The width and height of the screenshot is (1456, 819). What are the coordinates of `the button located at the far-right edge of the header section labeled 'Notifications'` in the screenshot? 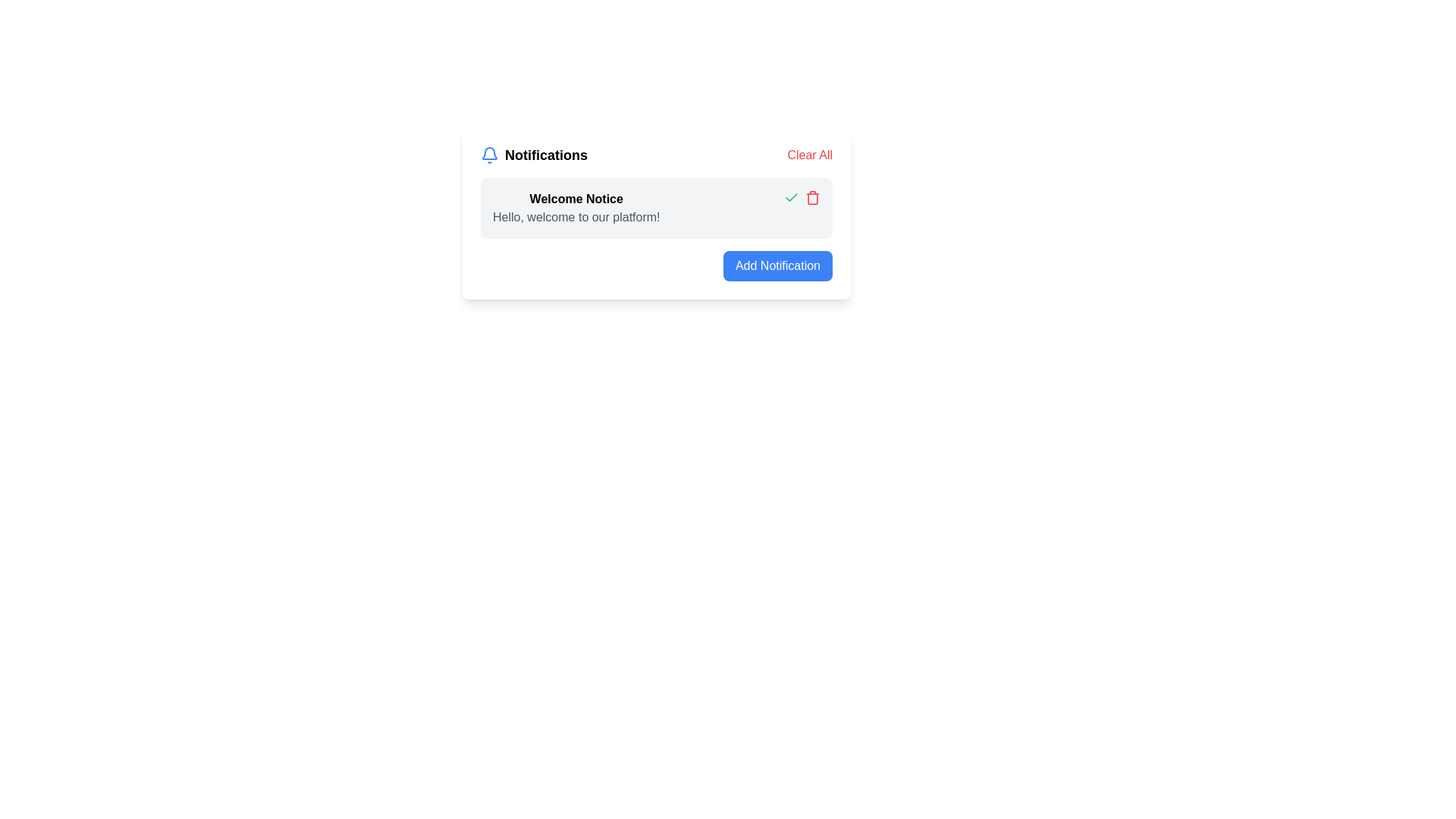 It's located at (809, 155).